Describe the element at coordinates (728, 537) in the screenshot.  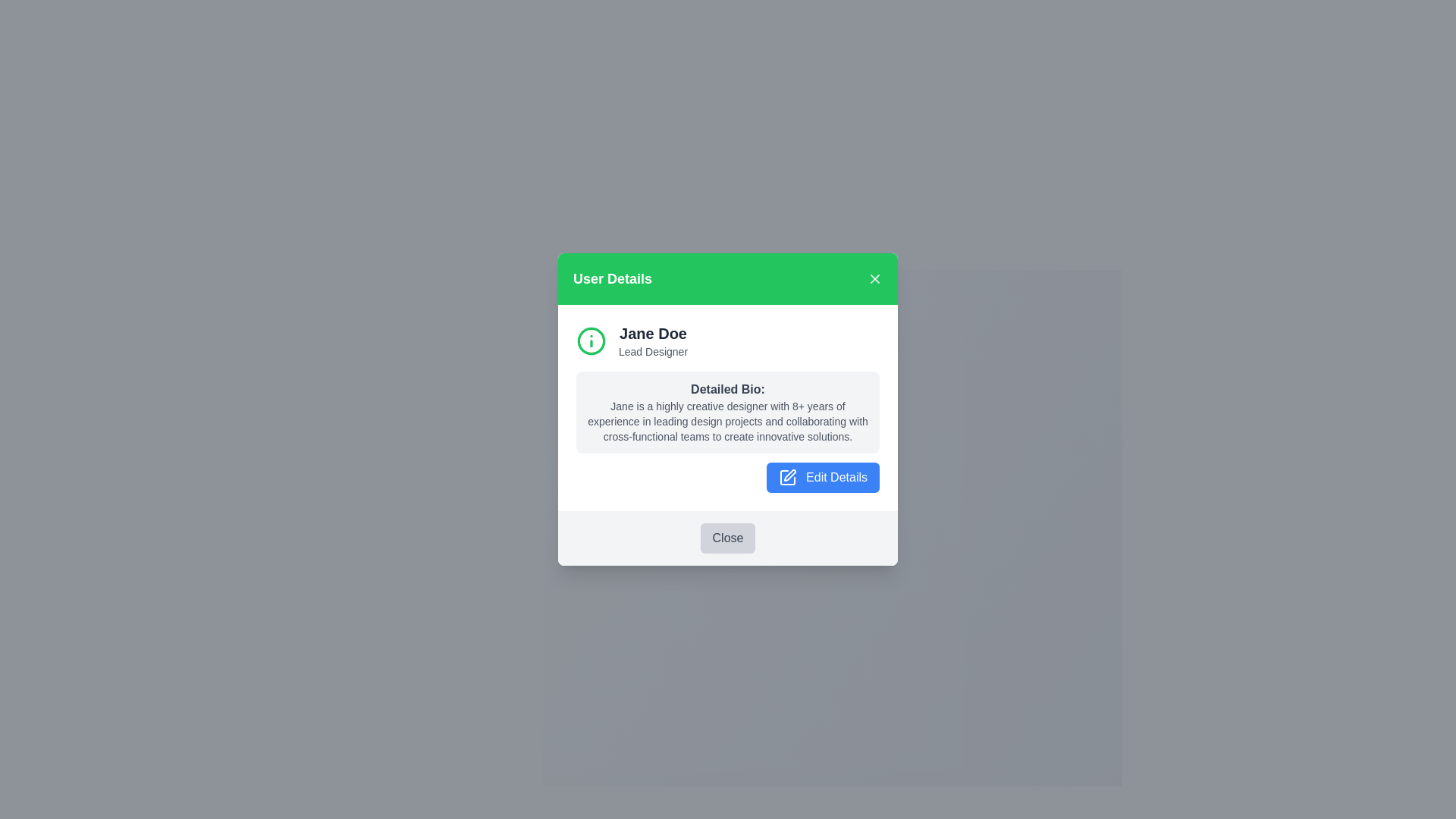
I see `the 'Close' button located at the bottom of the 'User Details' modal dialog box` at that location.